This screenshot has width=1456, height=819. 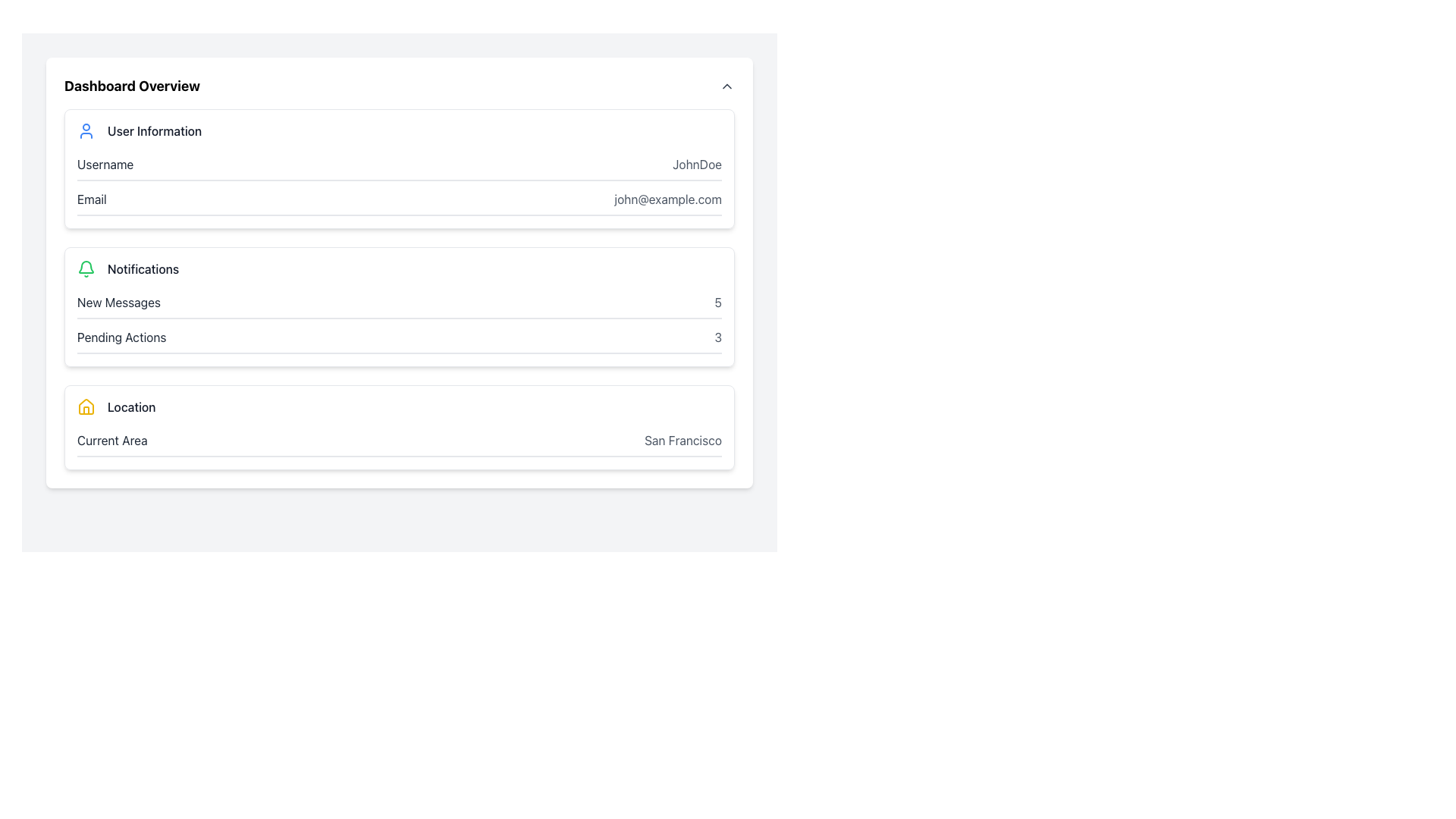 I want to click on the static text display showing 'JohnDoe' in gray font, which is located in the 'User Information' section of the dashboard interface, so click(x=696, y=164).